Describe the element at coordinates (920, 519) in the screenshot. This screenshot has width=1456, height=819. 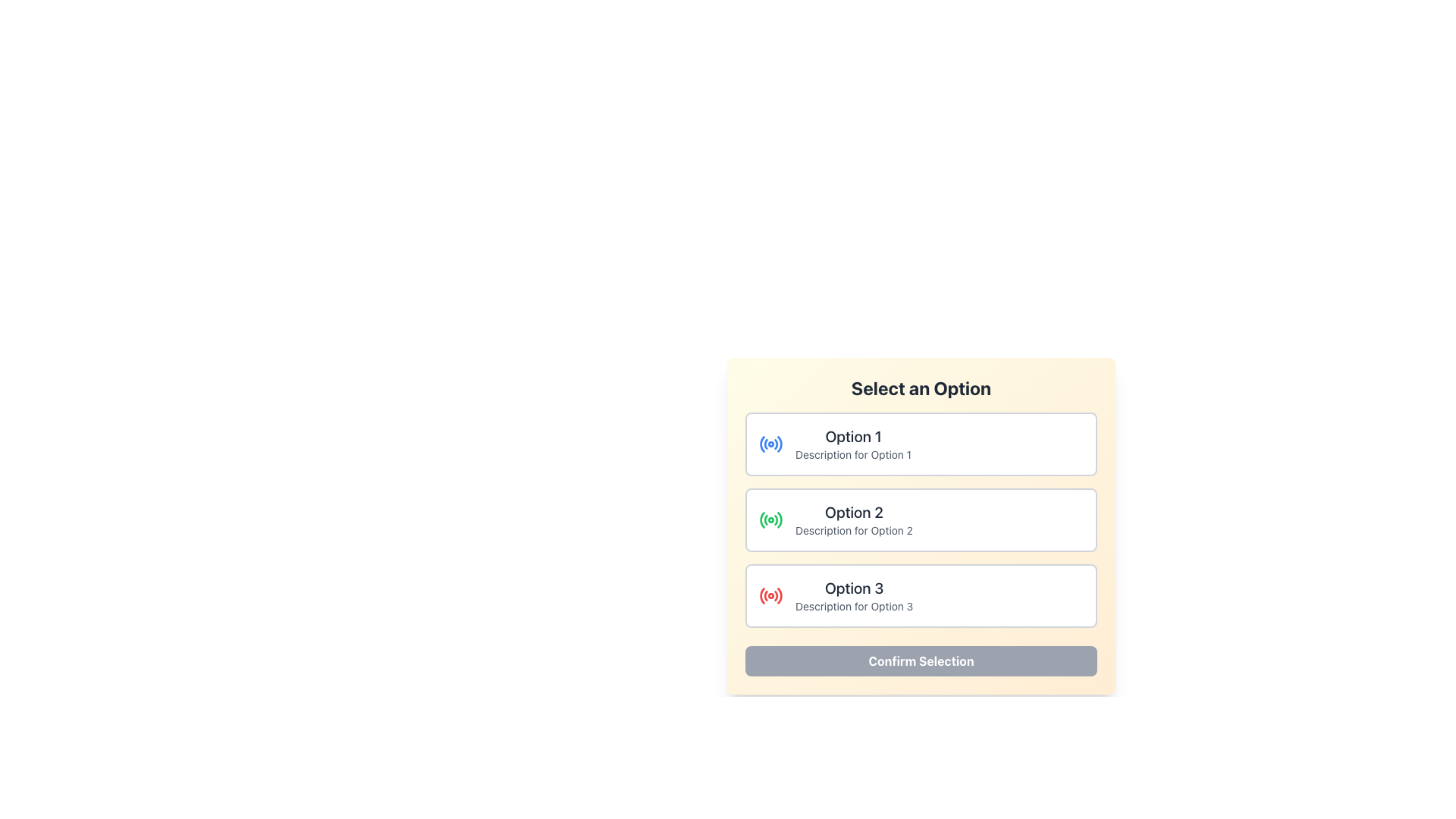
I see `the second Button-like card component in a vertically-stacked group of options` at that location.